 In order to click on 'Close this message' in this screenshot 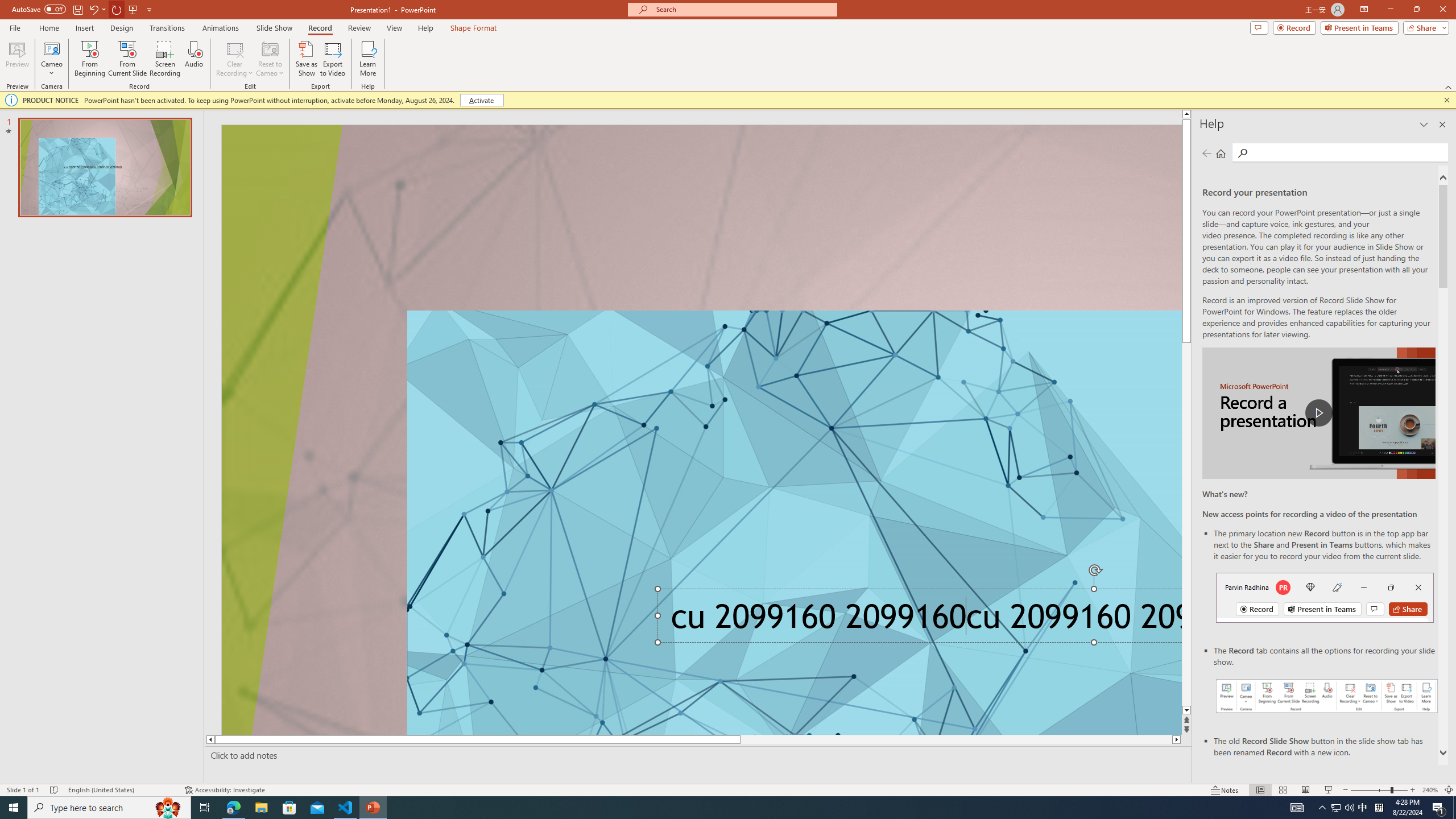, I will do `click(1446, 100)`.